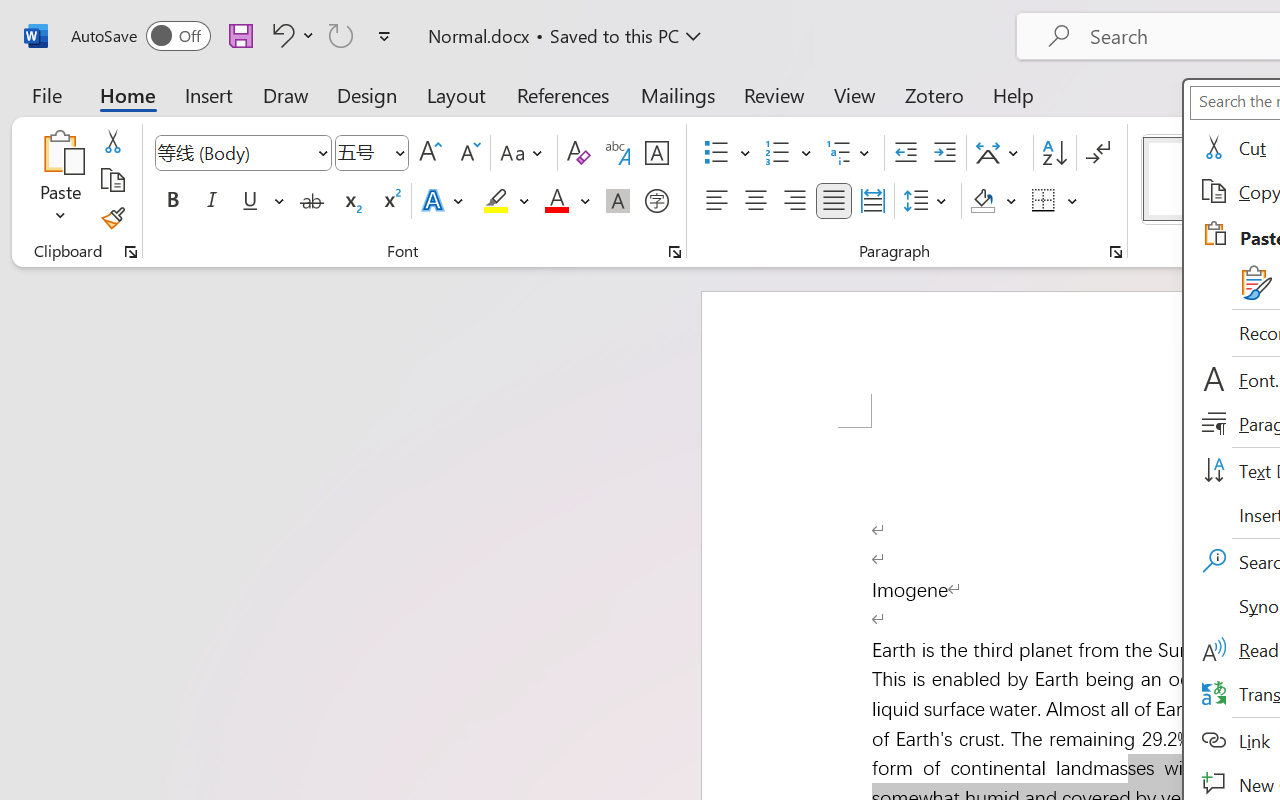 The width and height of the screenshot is (1280, 800). Describe the element at coordinates (656, 201) in the screenshot. I see `'Enclose Characters...'` at that location.